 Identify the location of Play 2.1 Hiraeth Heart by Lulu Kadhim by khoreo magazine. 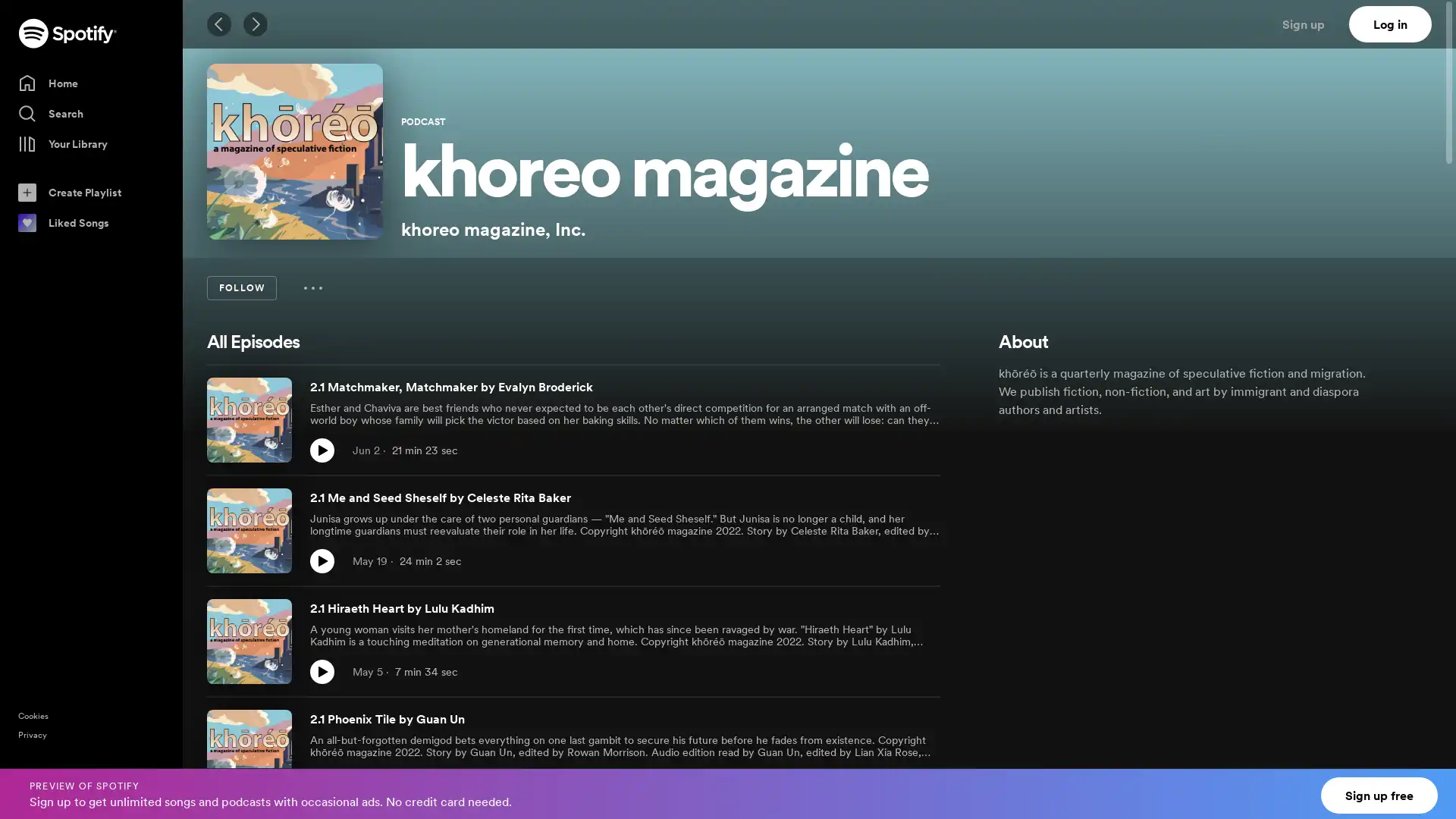
(322, 671).